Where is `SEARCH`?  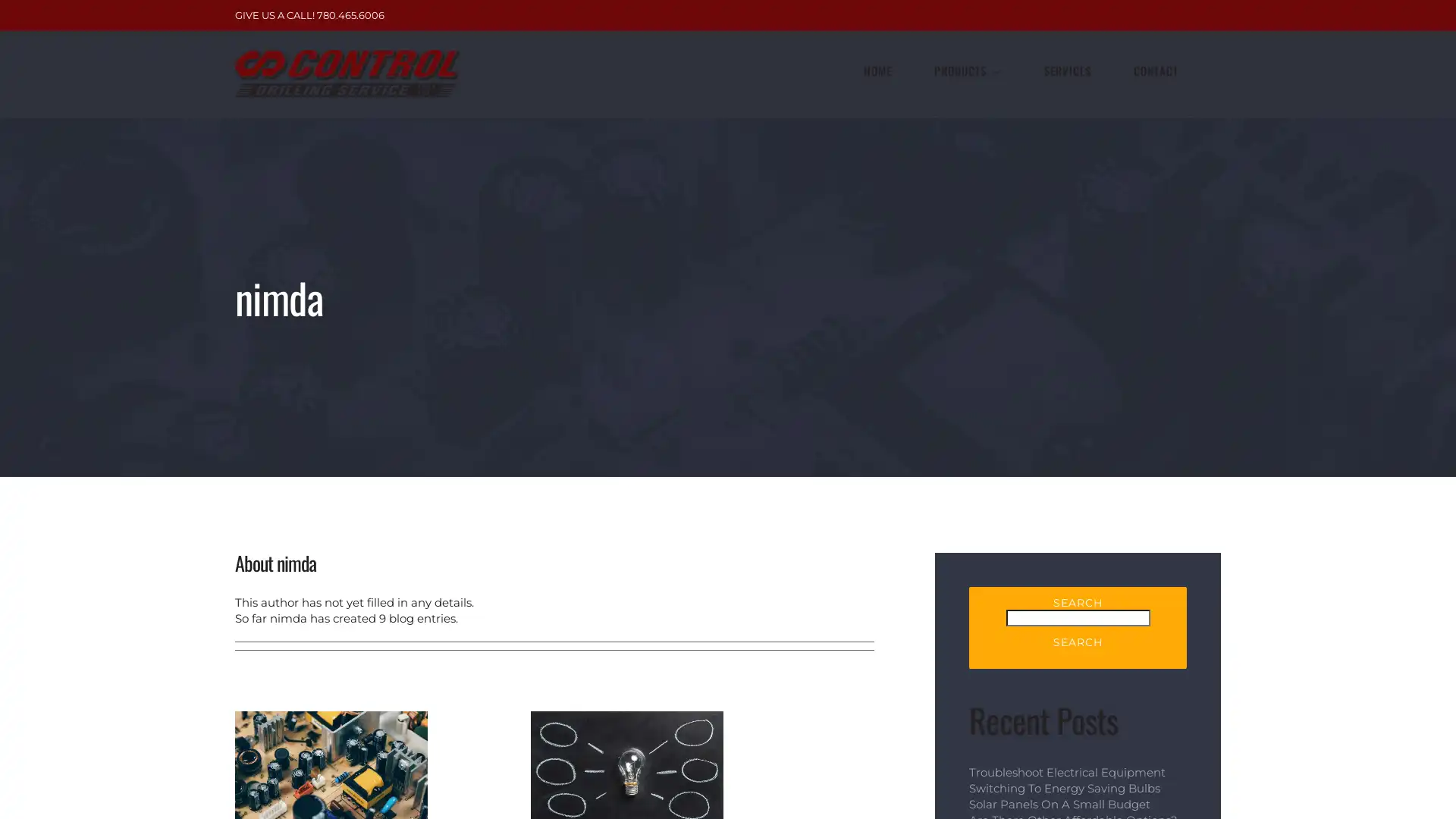 SEARCH is located at coordinates (1077, 642).